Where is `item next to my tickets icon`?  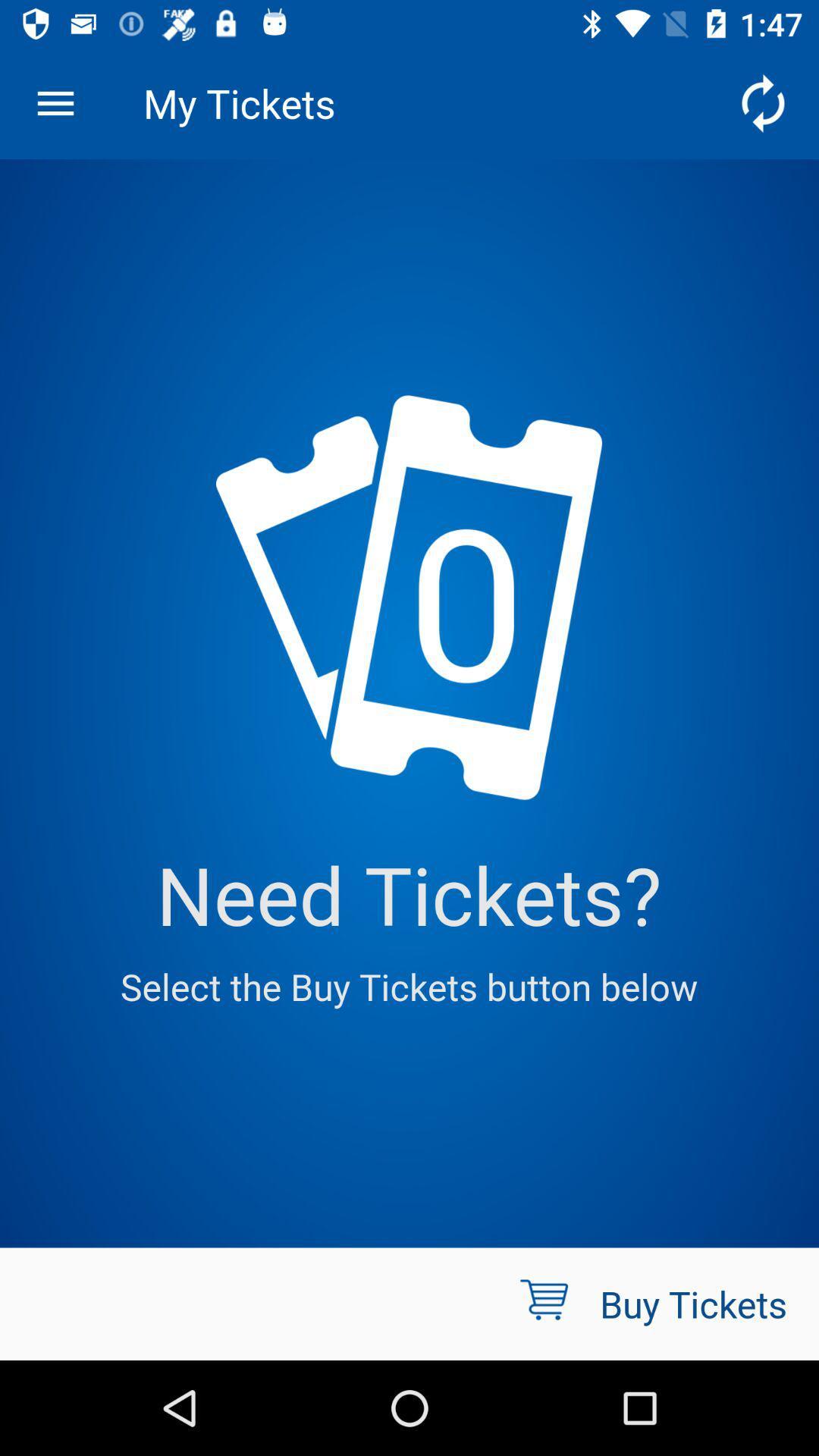 item next to my tickets icon is located at coordinates (55, 102).